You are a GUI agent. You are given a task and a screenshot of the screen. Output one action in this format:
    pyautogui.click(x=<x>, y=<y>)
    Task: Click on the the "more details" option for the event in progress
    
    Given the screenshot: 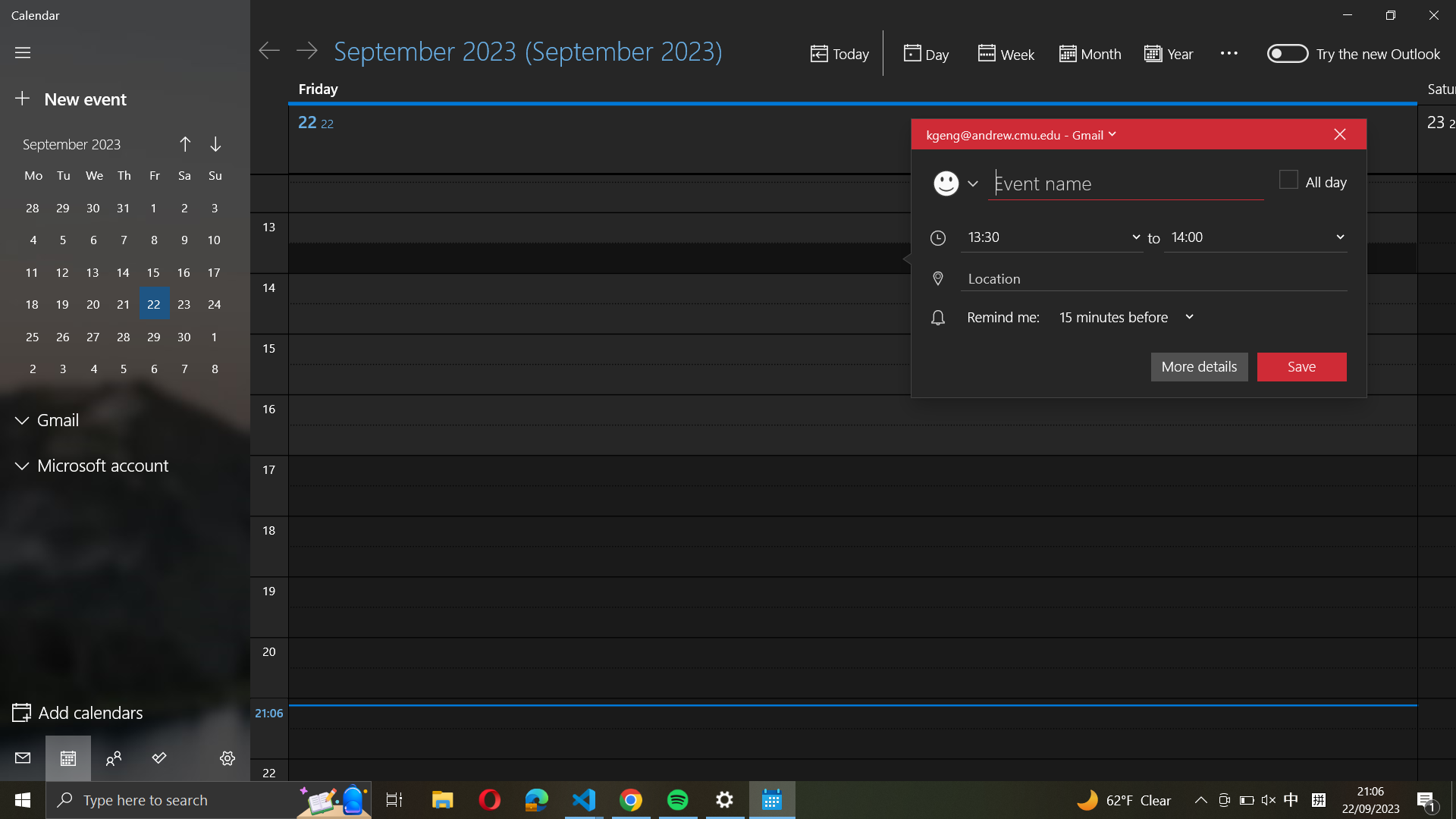 What is the action you would take?
    pyautogui.click(x=1198, y=365)
    